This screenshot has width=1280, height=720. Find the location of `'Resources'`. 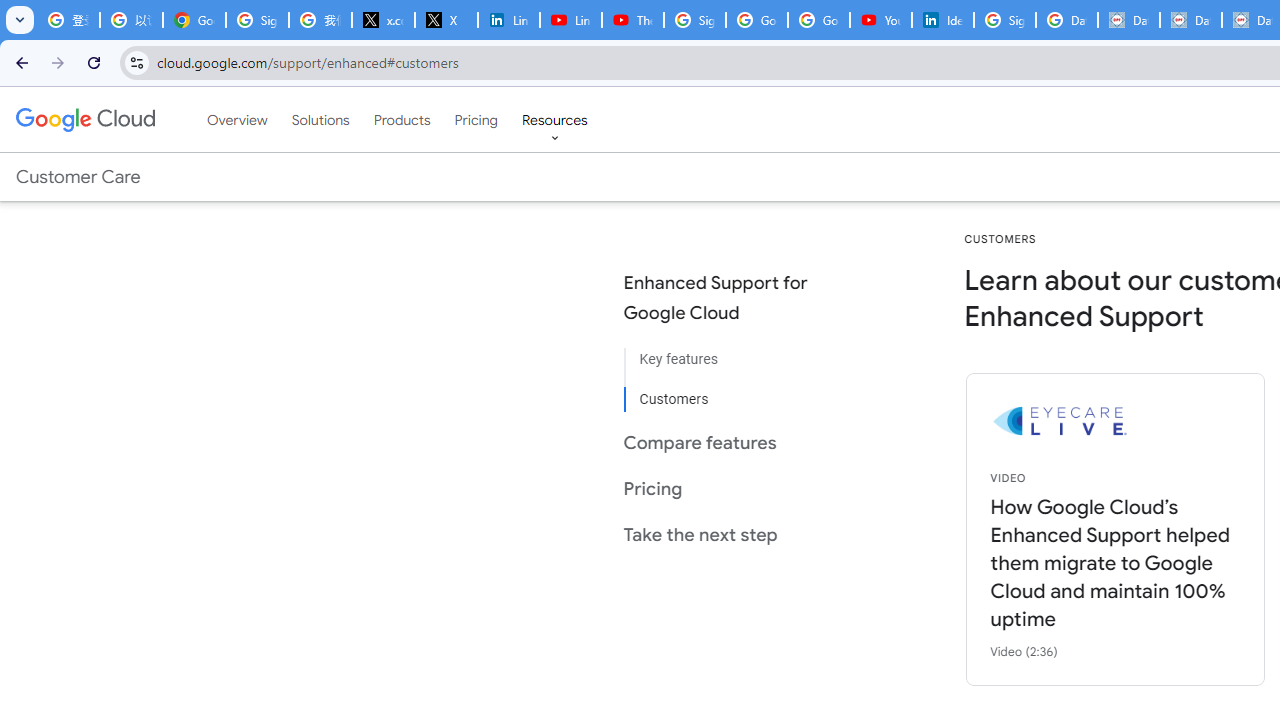

'Resources' is located at coordinates (554, 119).